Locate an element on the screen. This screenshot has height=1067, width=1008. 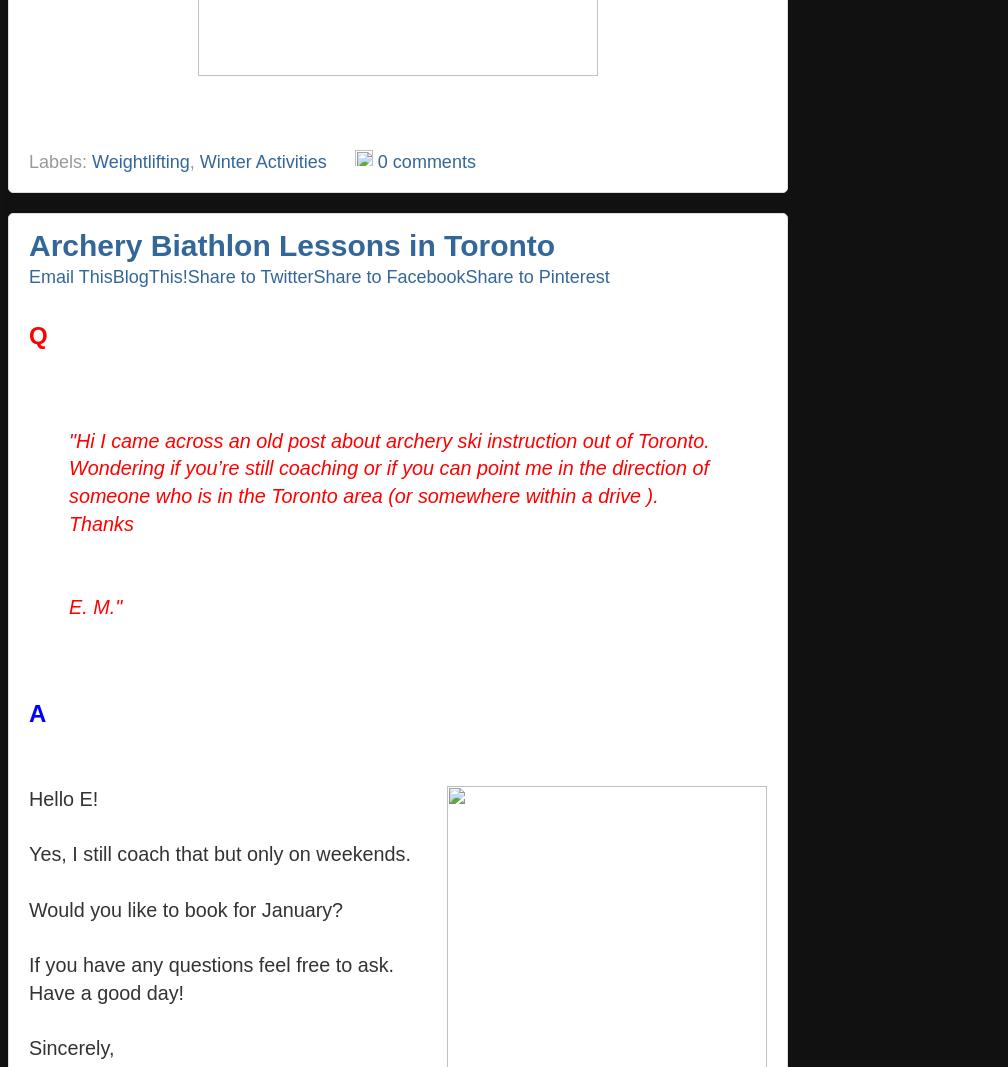
'Weightlifting' is located at coordinates (140, 160).